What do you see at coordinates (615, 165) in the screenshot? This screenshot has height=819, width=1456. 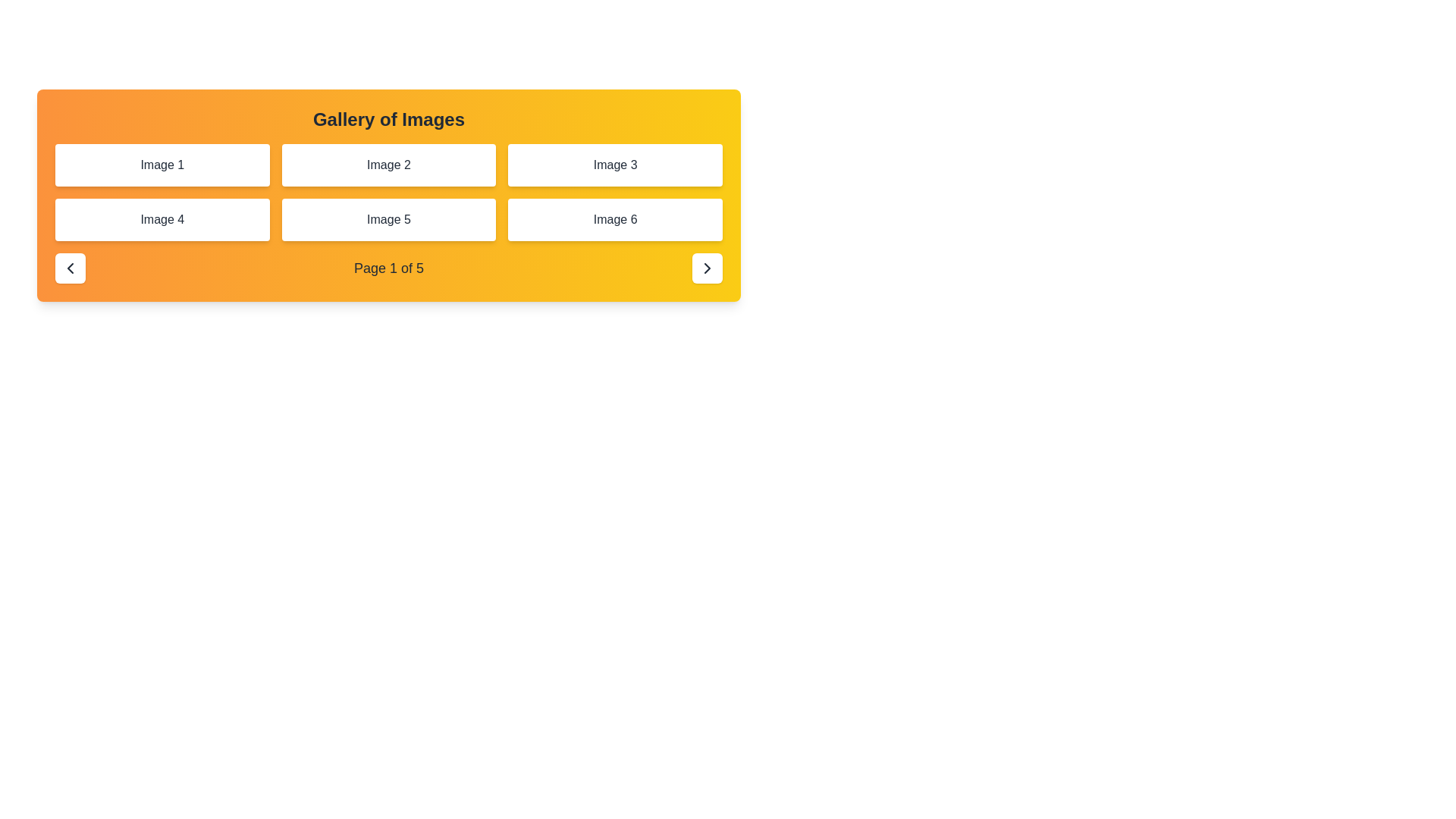 I see `the static label or card displaying 'Image 3', which is a rectangular card with rounded corners located in the top right of a 3x2 grid layout` at bounding box center [615, 165].